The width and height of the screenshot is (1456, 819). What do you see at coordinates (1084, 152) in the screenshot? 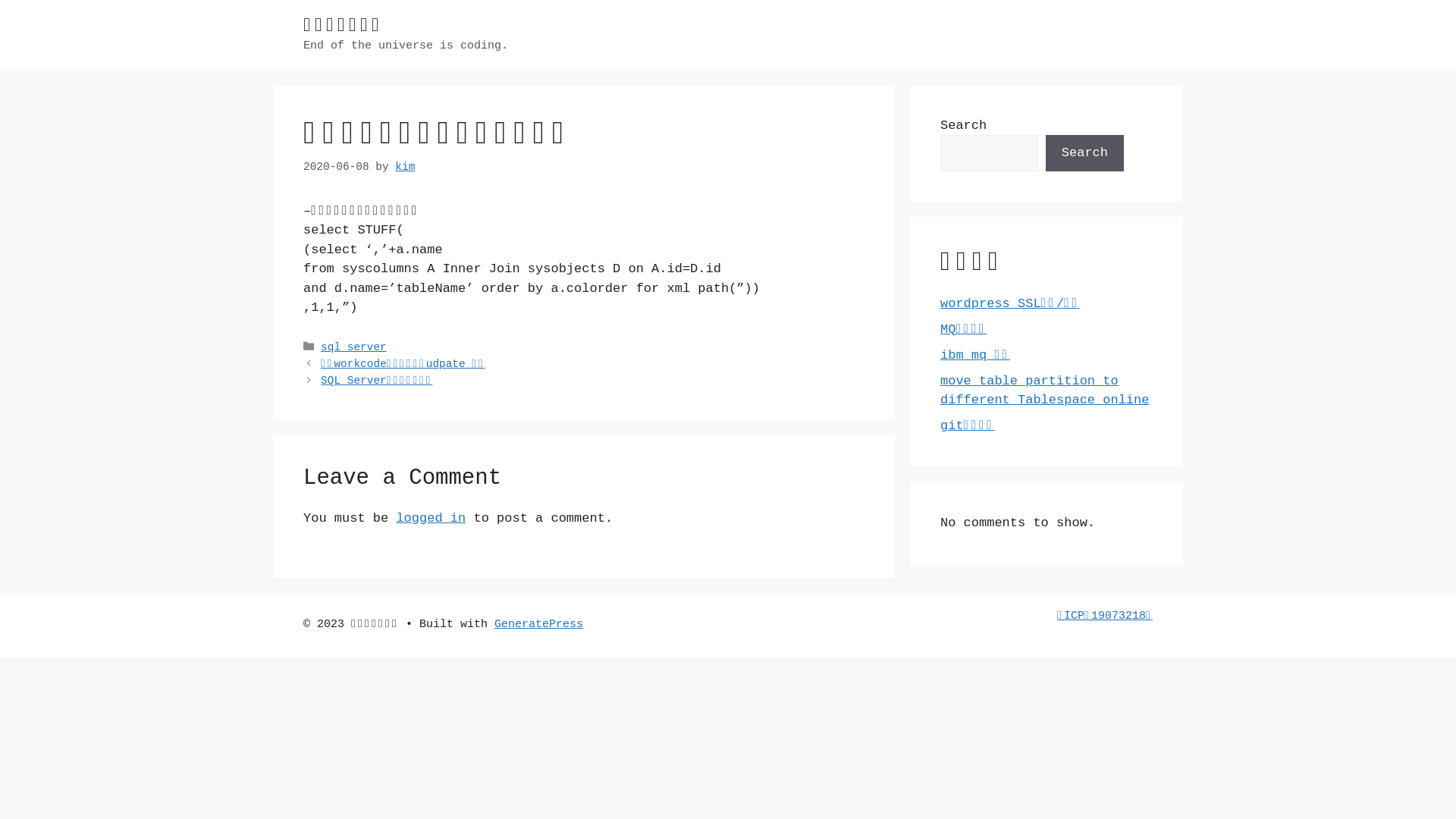
I see `'Search'` at bounding box center [1084, 152].